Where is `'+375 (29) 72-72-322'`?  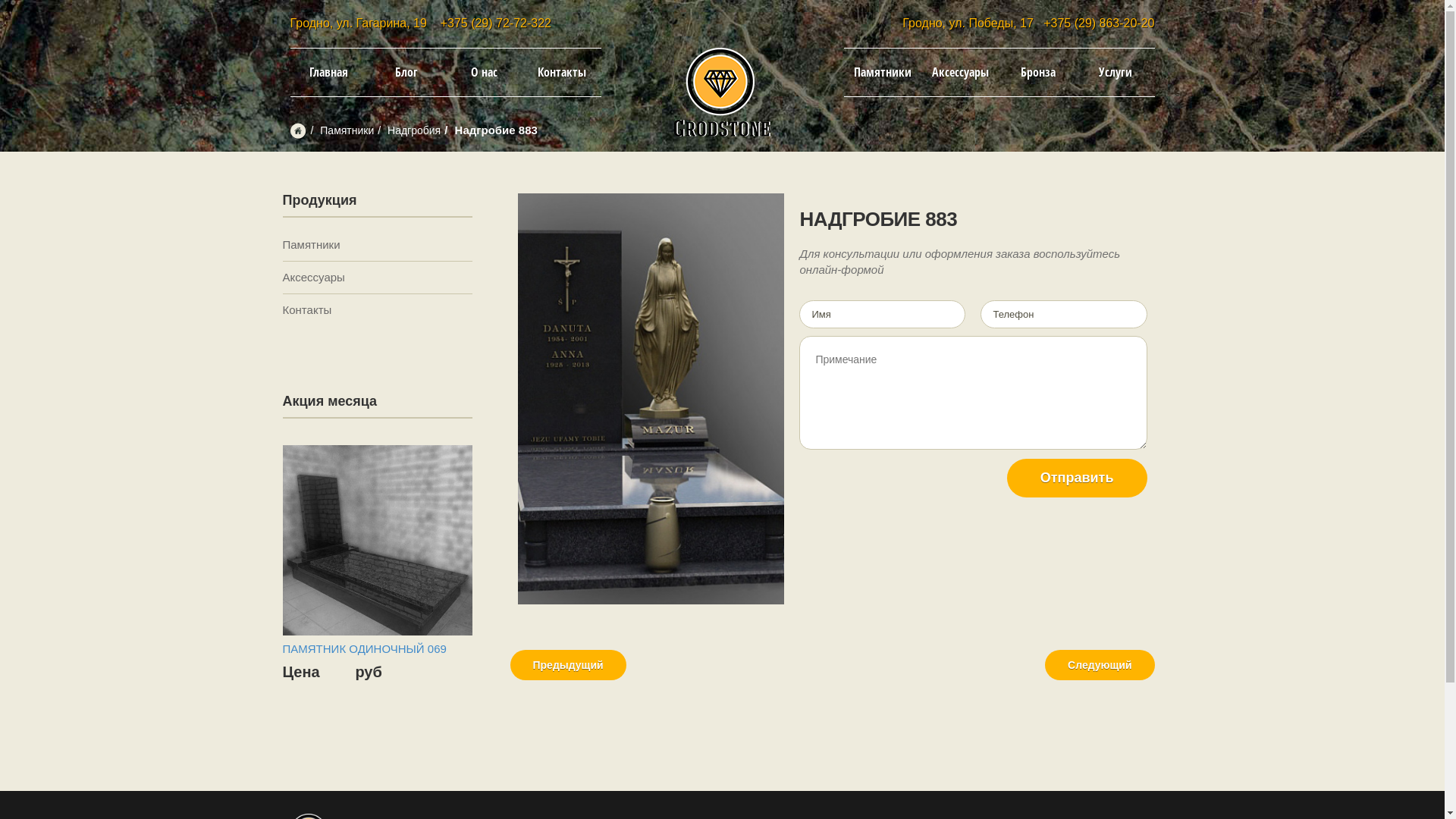
'+375 (29) 72-72-322' is located at coordinates (495, 23).